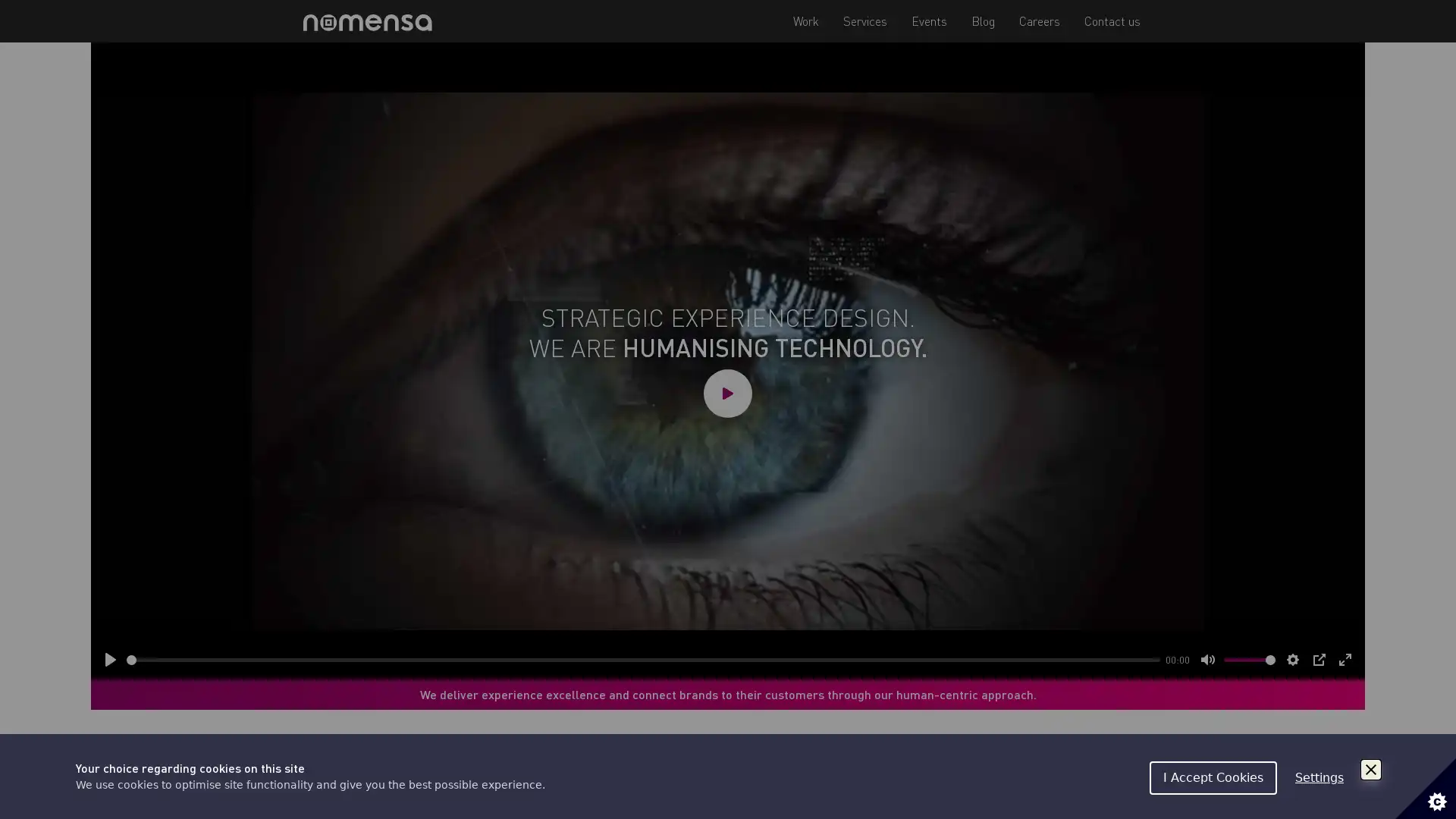  Describe the element at coordinates (728, 391) in the screenshot. I see `Play video` at that location.